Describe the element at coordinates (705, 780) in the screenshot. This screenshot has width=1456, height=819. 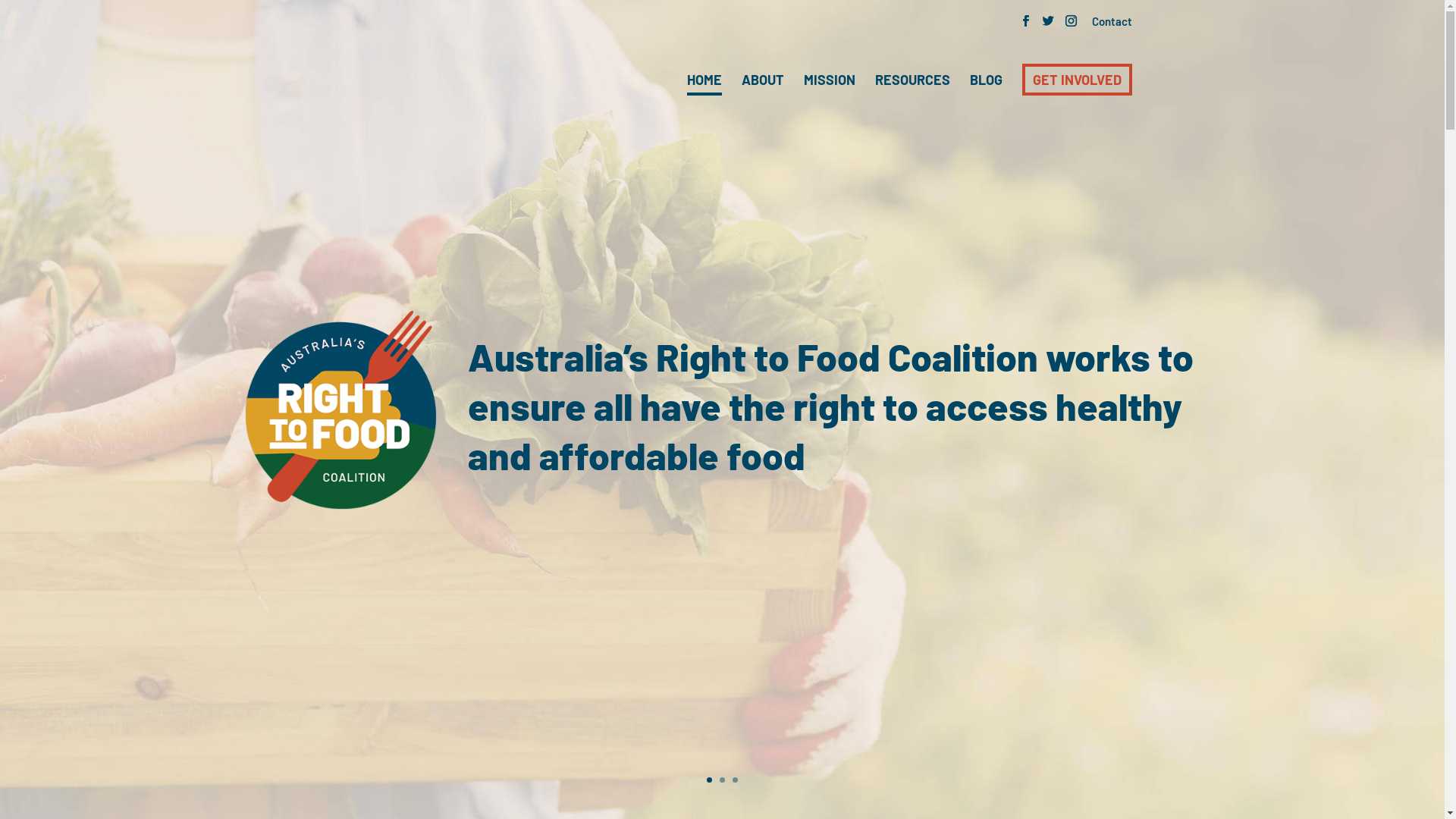
I see `'1'` at that location.